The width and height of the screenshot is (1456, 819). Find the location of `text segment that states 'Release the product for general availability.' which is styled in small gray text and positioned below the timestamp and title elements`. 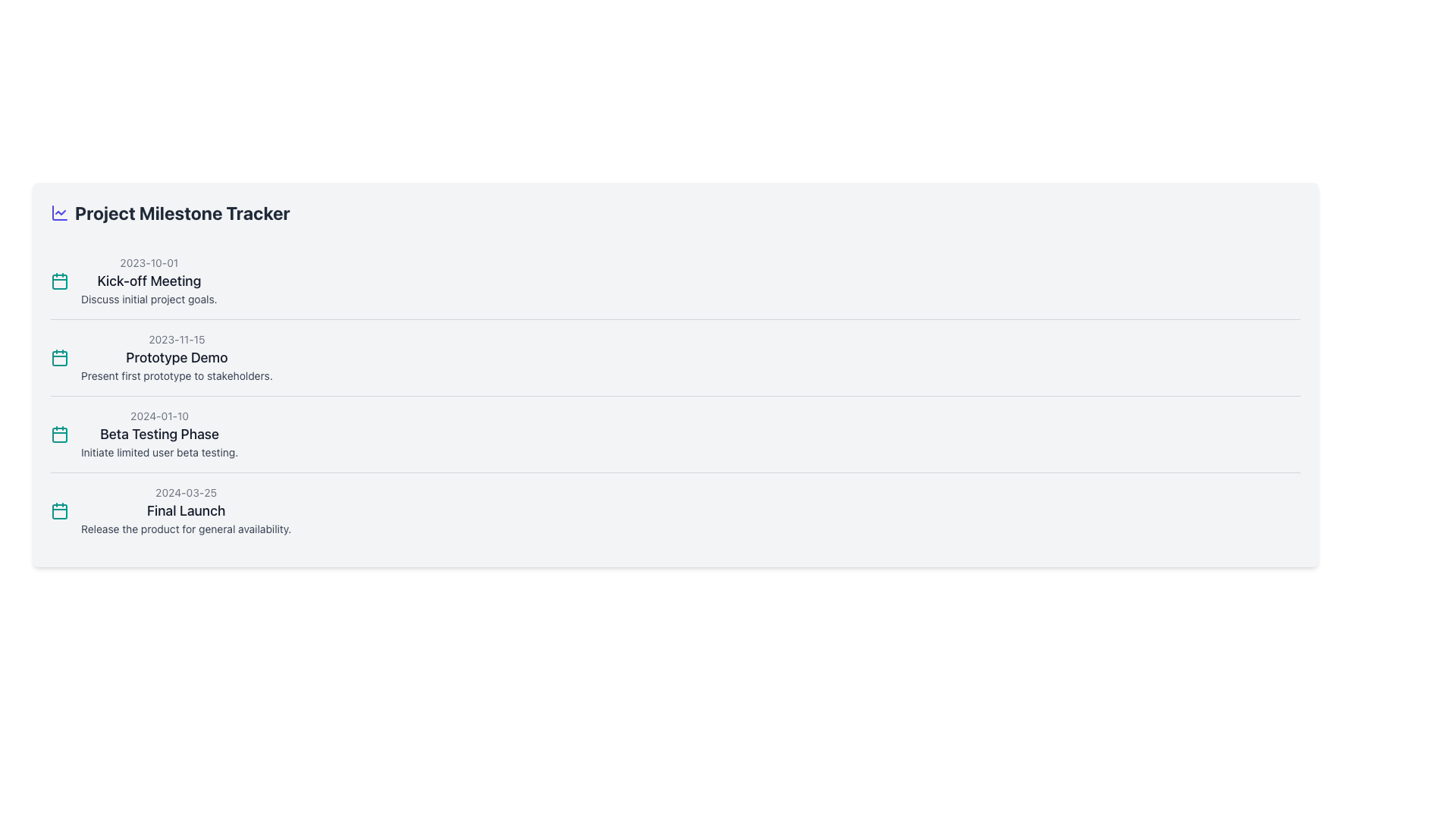

text segment that states 'Release the product for general availability.' which is styled in small gray text and positioned below the timestamp and title elements is located at coordinates (185, 529).